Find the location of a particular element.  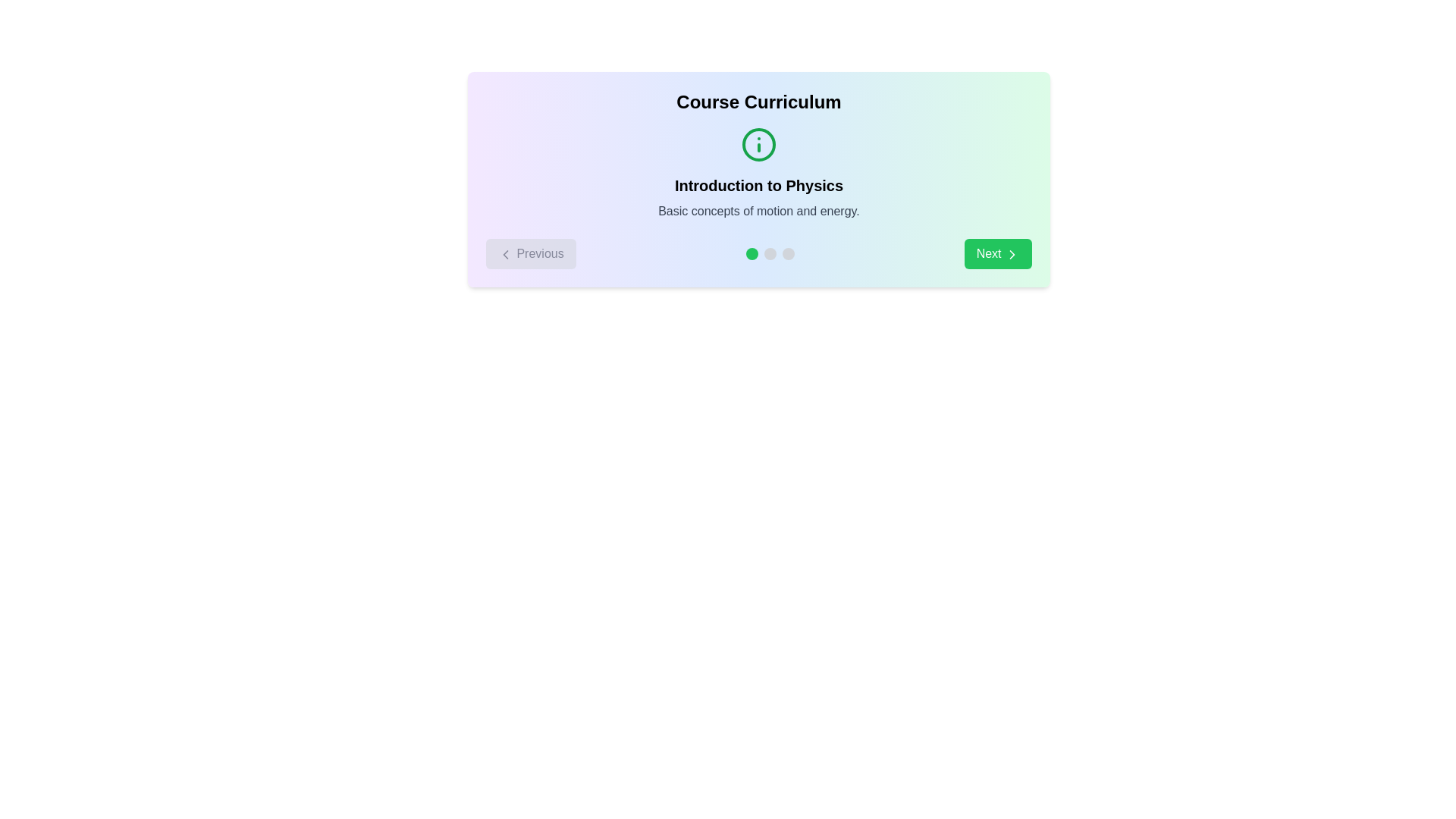

the left-pointing chevron icon within the 'Previous' button is located at coordinates (506, 253).